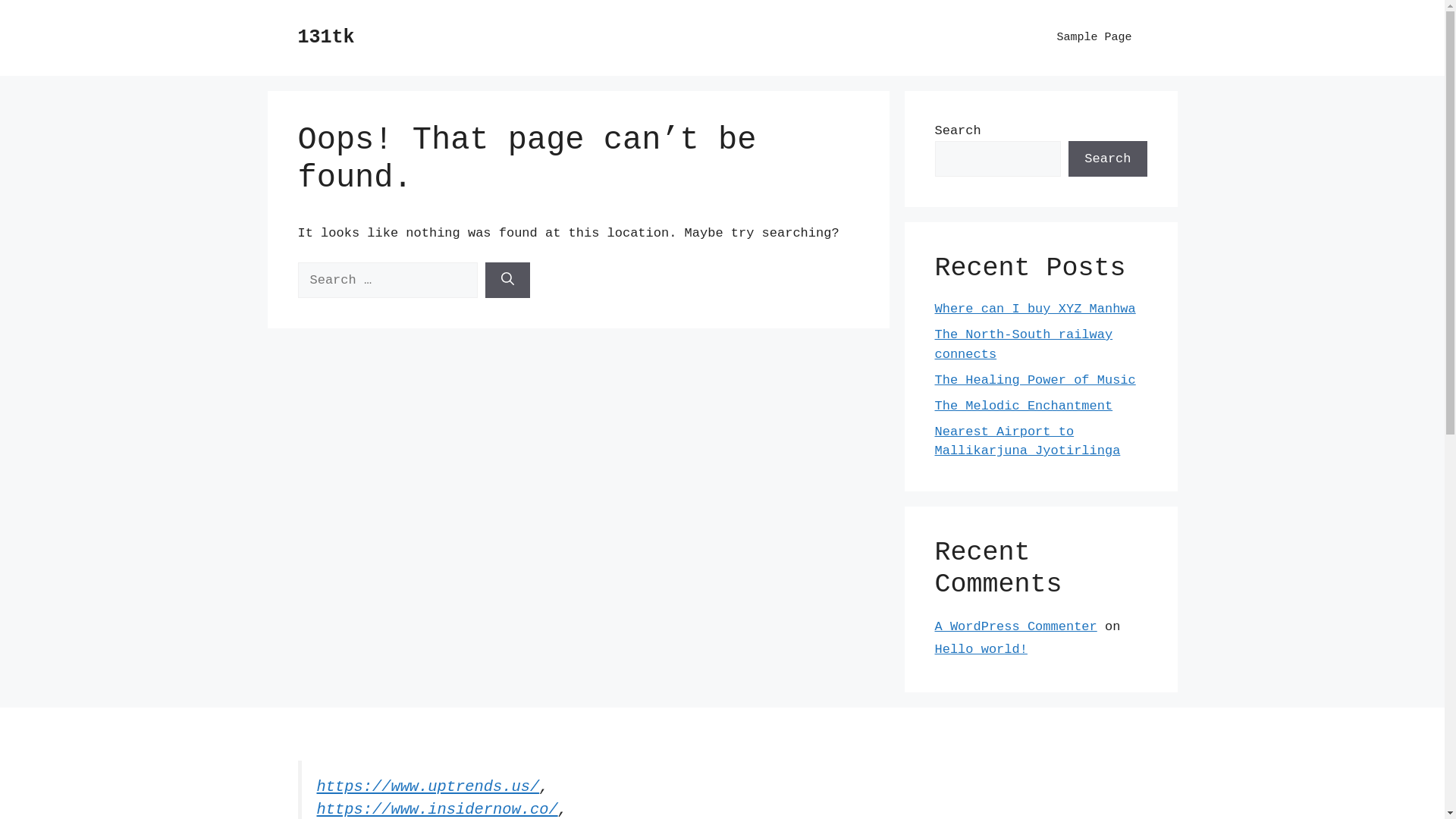  I want to click on 'The North-South railway connects', so click(1023, 344).